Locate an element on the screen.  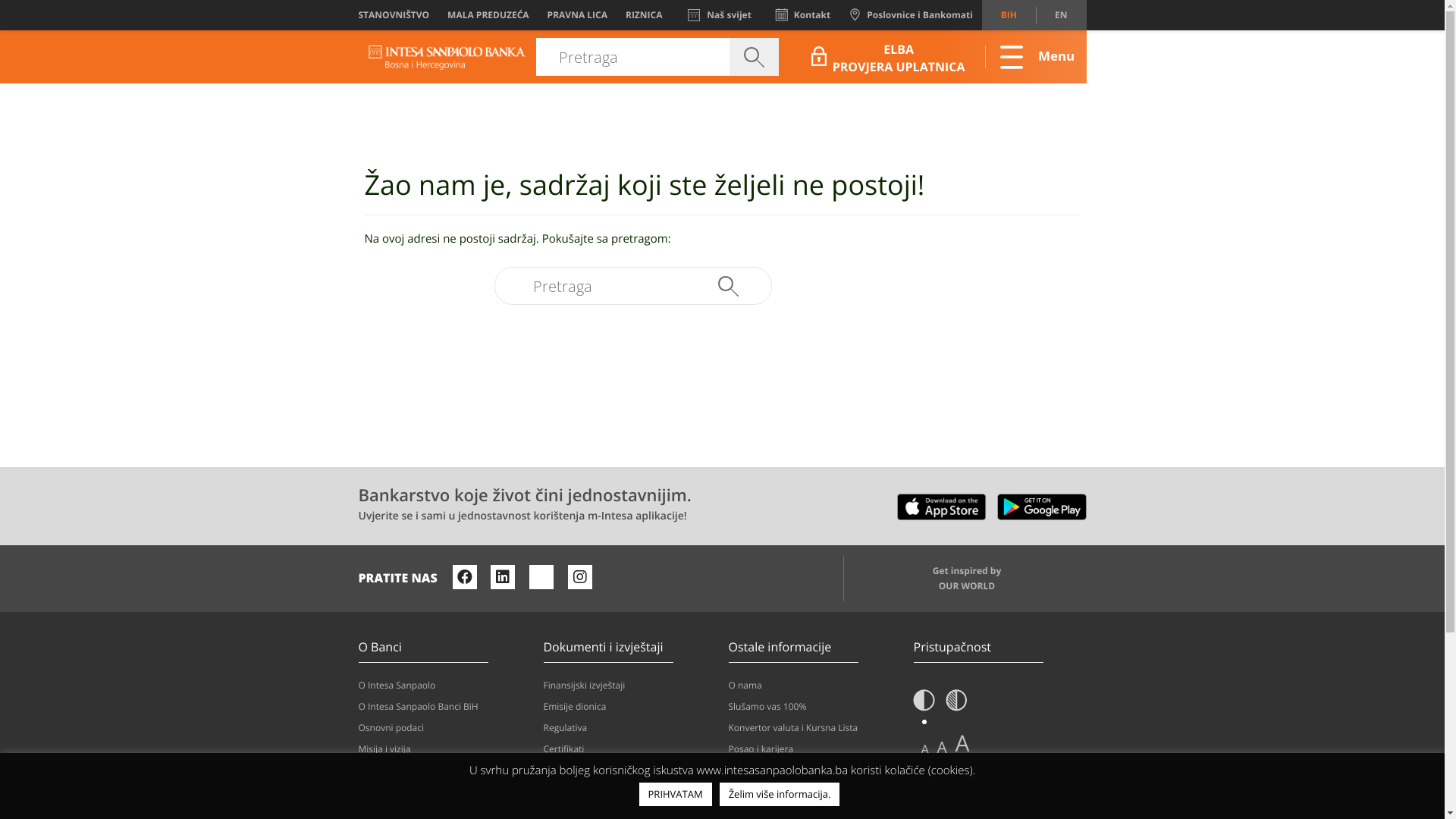
'fa-youtube-play' is located at coordinates (541, 576).